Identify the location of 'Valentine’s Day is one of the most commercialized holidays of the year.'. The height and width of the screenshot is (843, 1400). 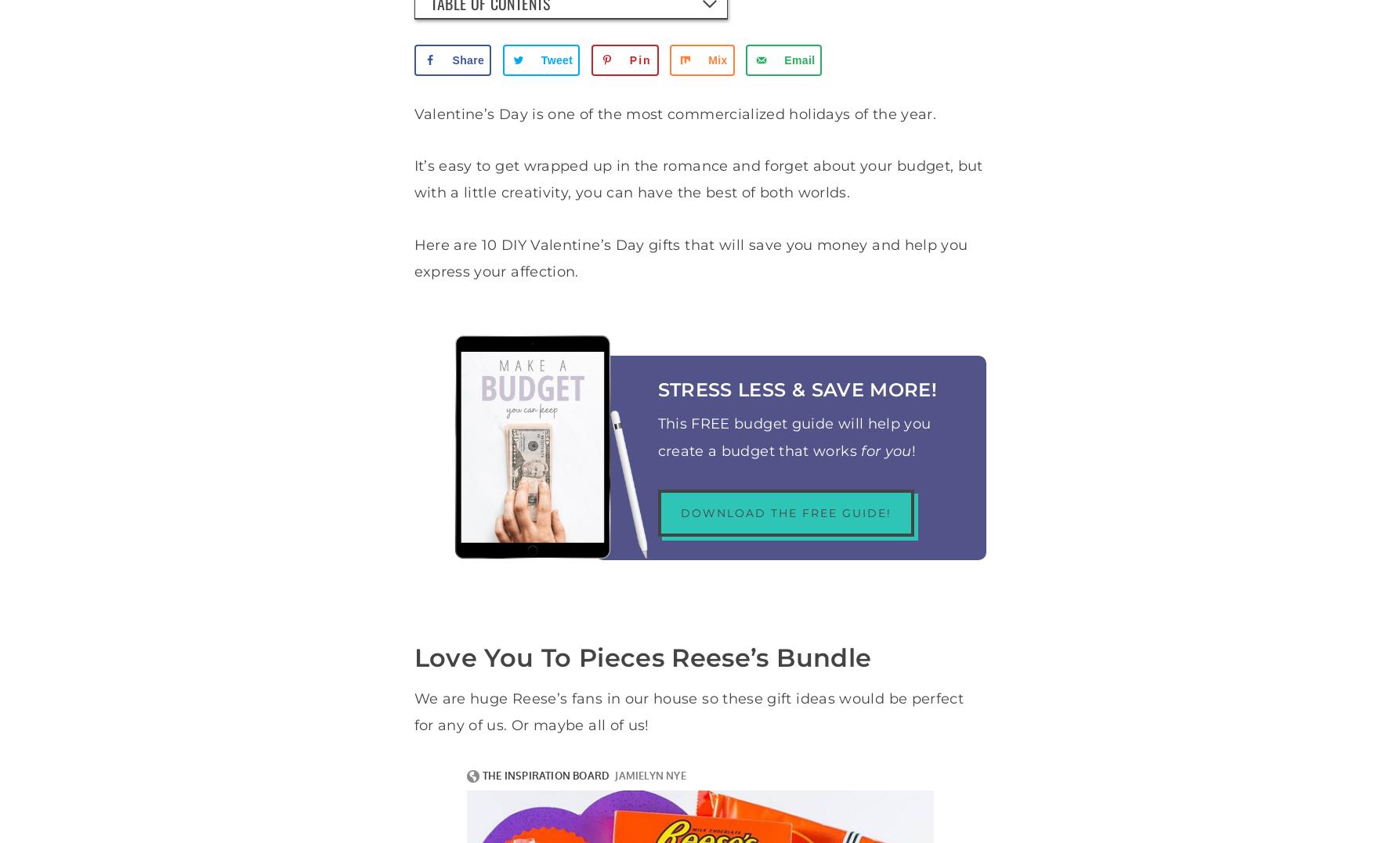
(675, 114).